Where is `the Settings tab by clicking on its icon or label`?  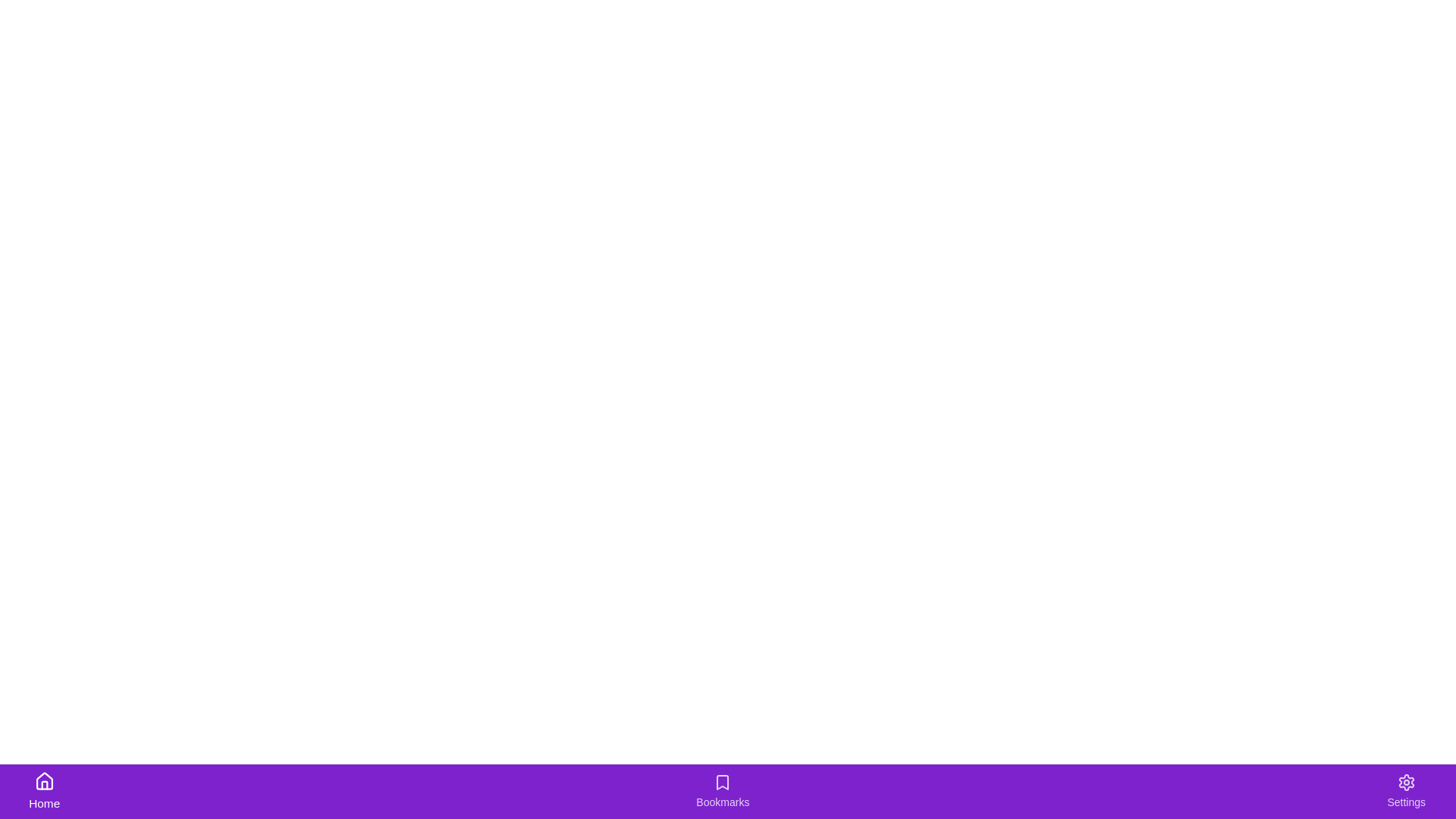
the Settings tab by clicking on its icon or label is located at coordinates (1404, 791).